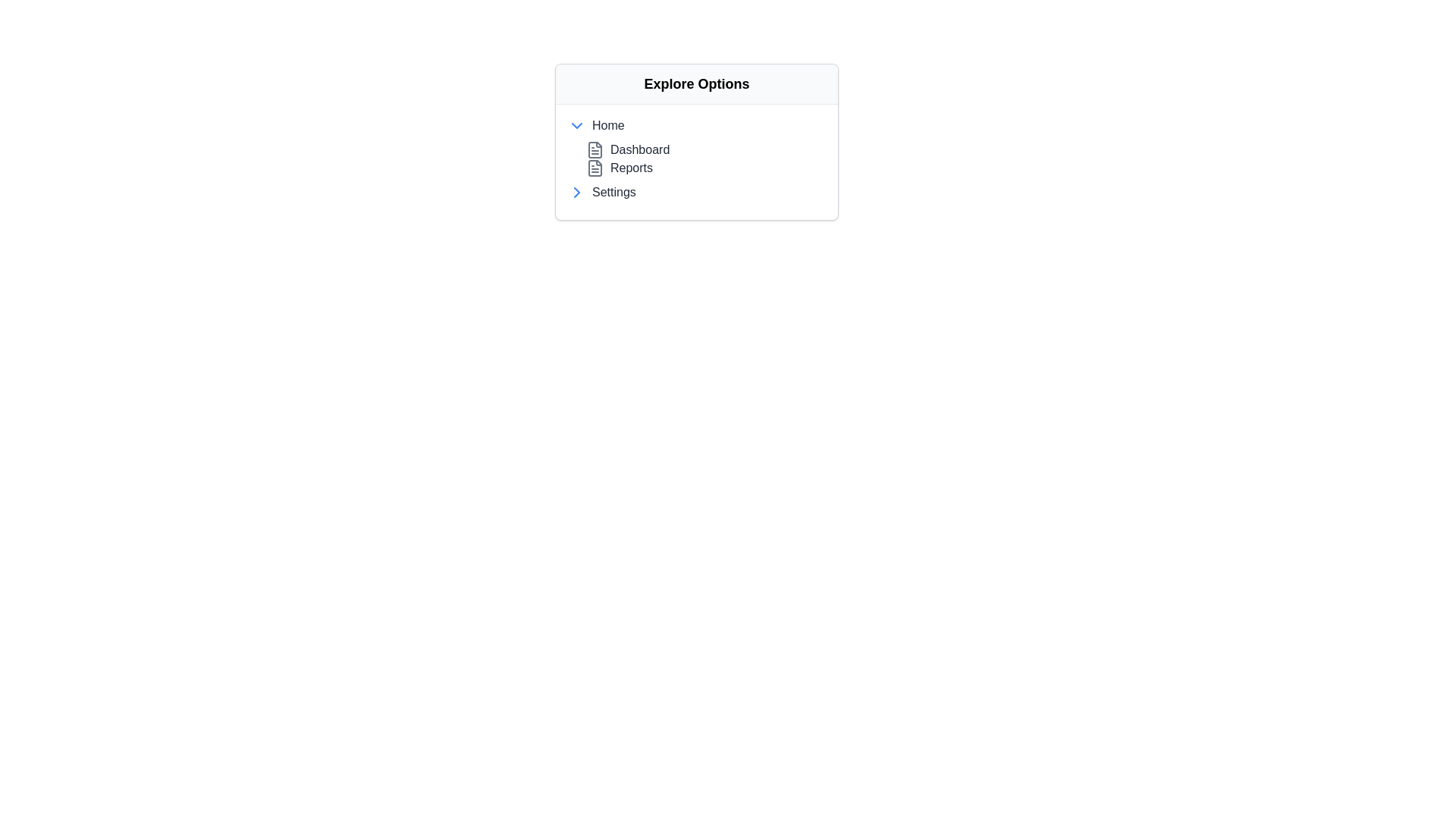  Describe the element at coordinates (595, 168) in the screenshot. I see `the 'Reports' icon` at that location.